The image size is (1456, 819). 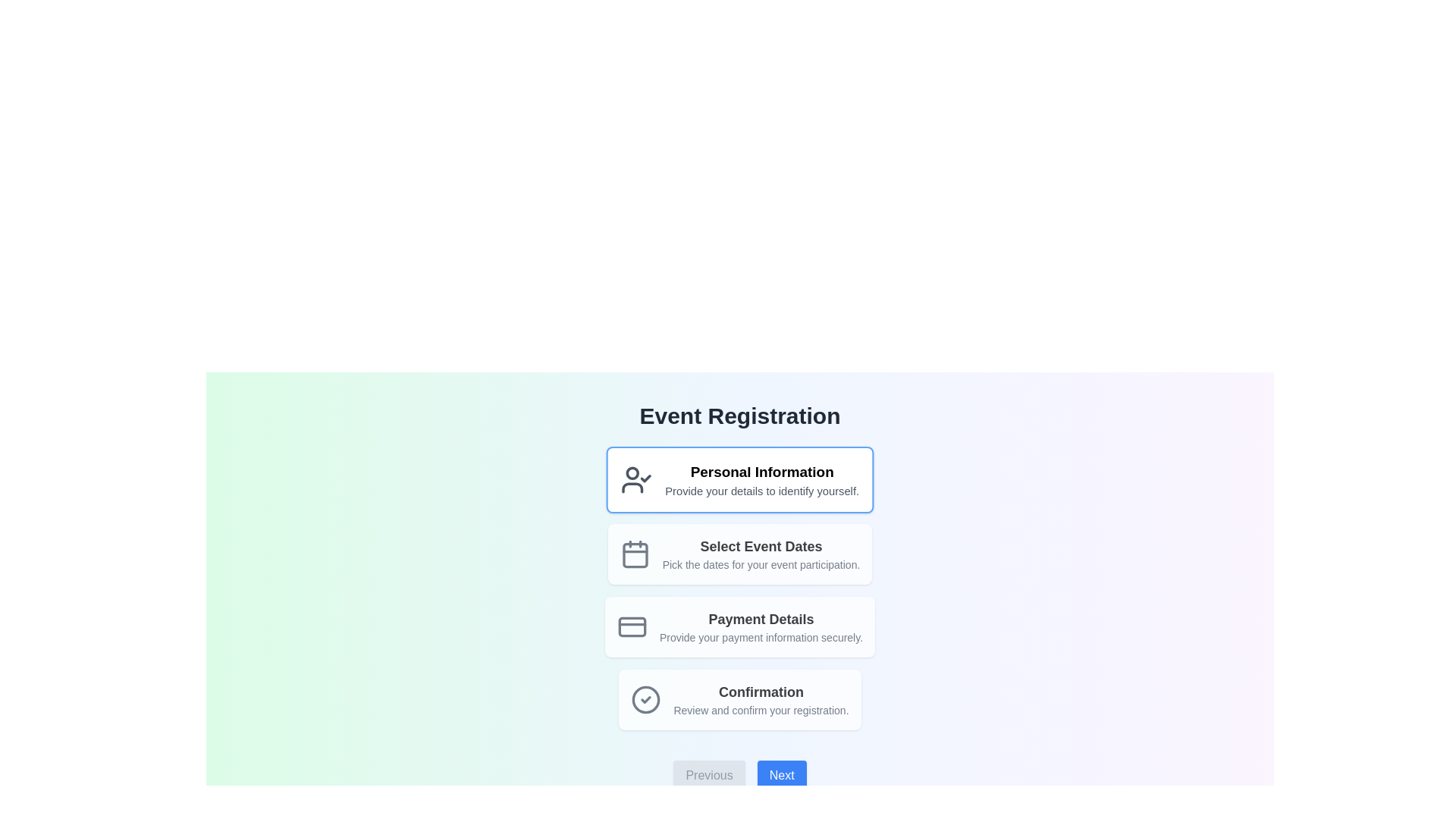 What do you see at coordinates (708, 775) in the screenshot?
I see `the 'Previous' button with rounded corners, light gray background, and gray text` at bounding box center [708, 775].